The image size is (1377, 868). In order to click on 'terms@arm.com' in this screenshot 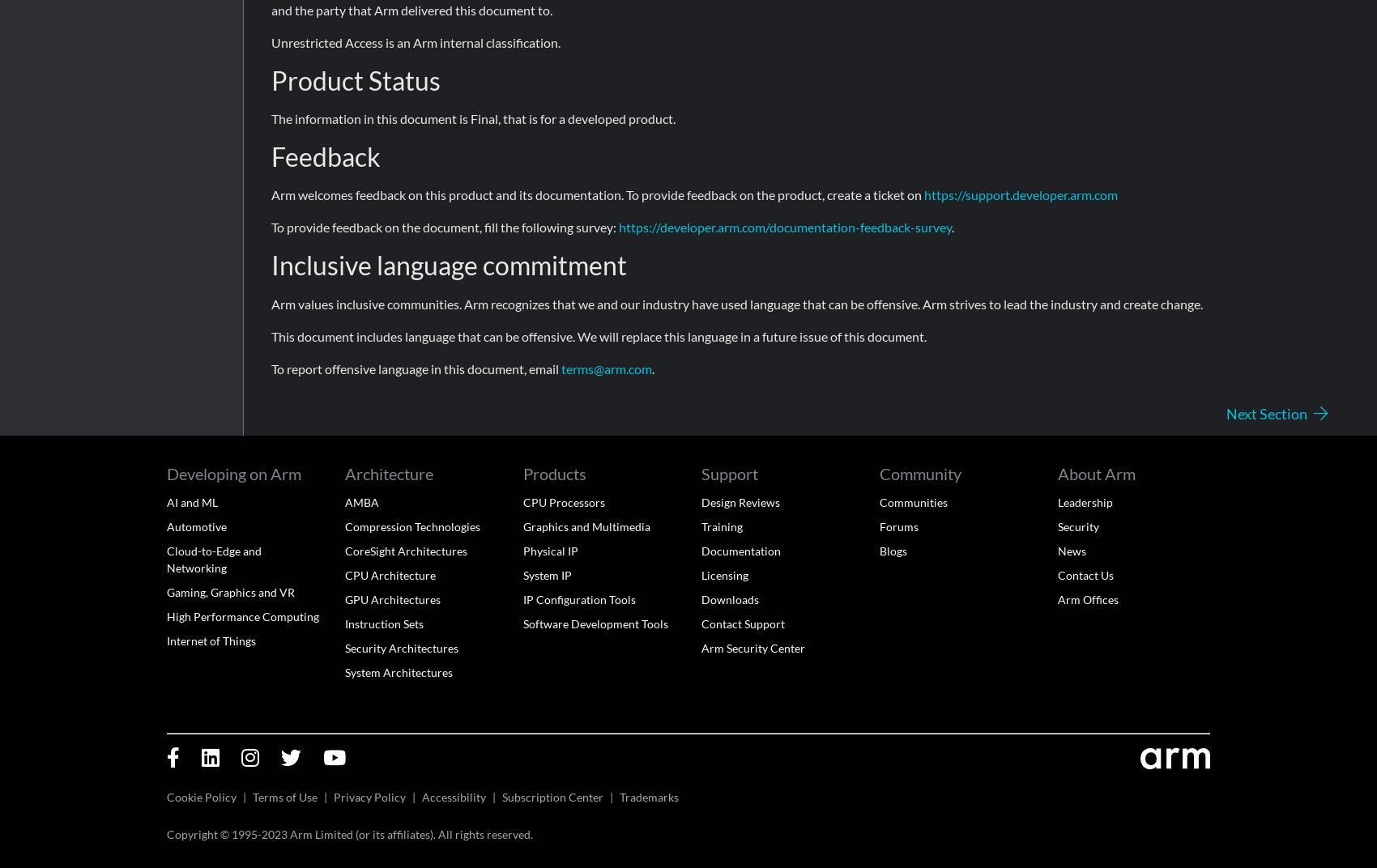, I will do `click(561, 367)`.